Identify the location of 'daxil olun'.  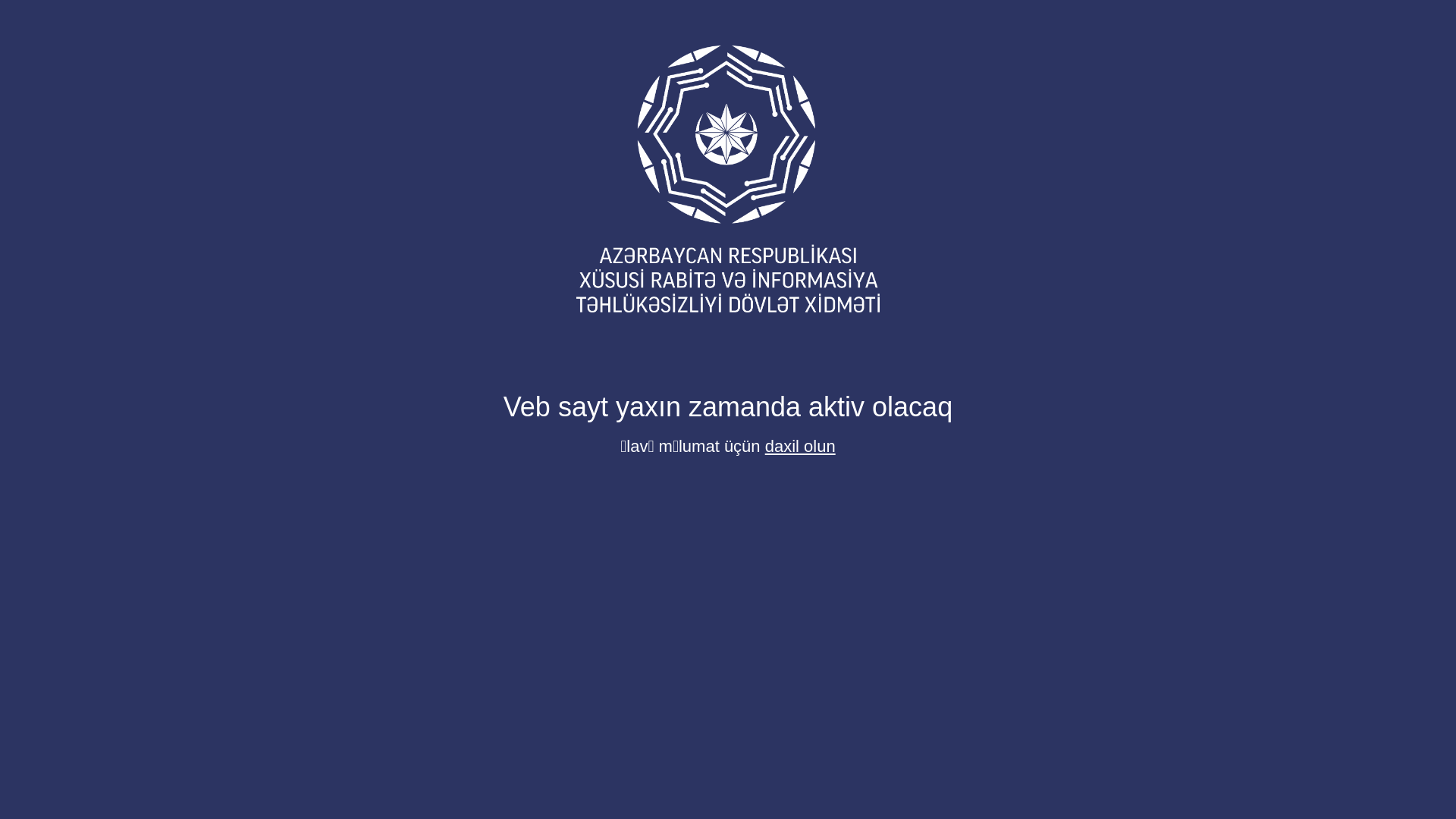
(799, 445).